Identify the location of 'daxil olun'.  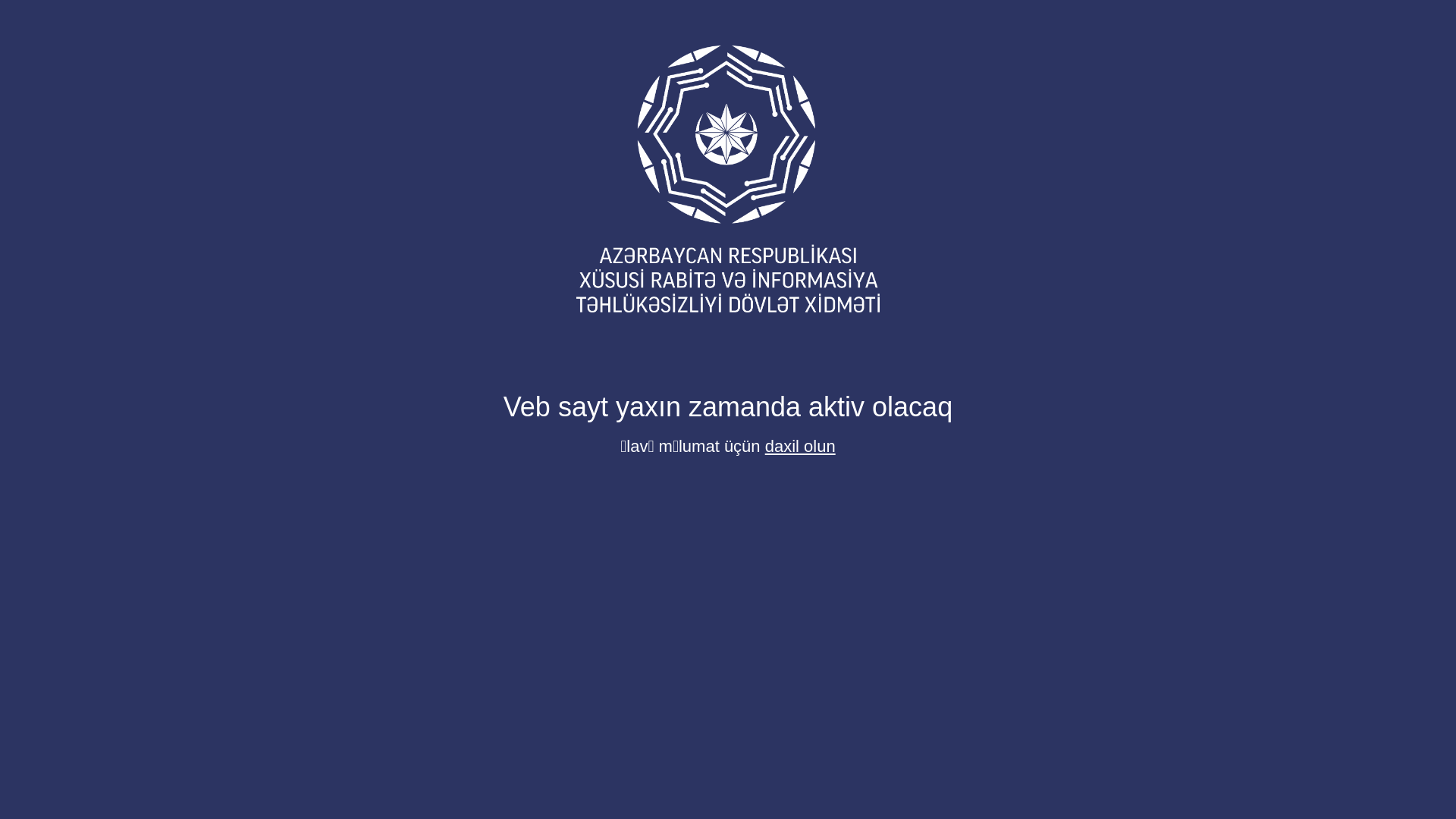
(799, 445).